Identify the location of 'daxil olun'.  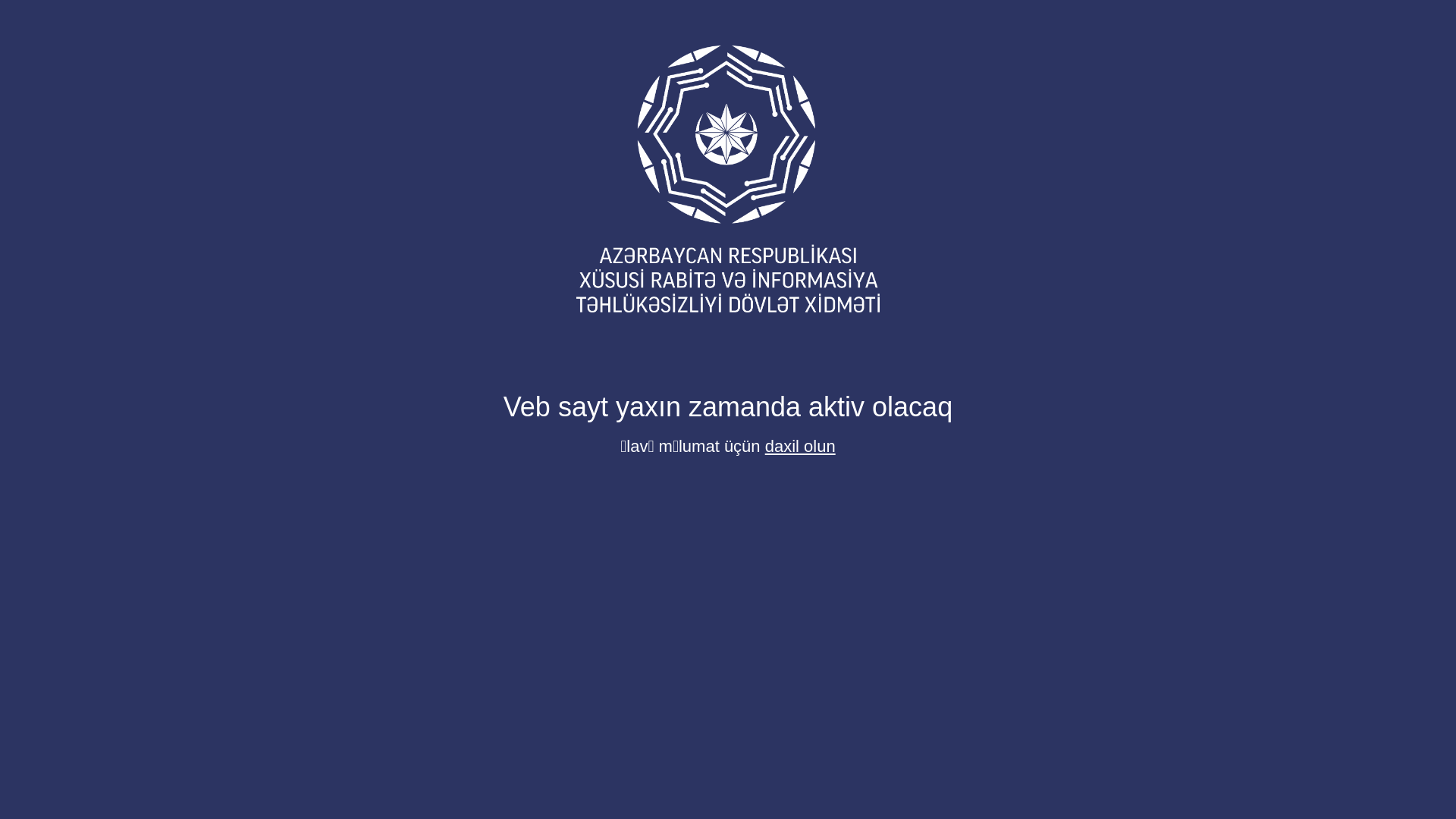
(799, 445).